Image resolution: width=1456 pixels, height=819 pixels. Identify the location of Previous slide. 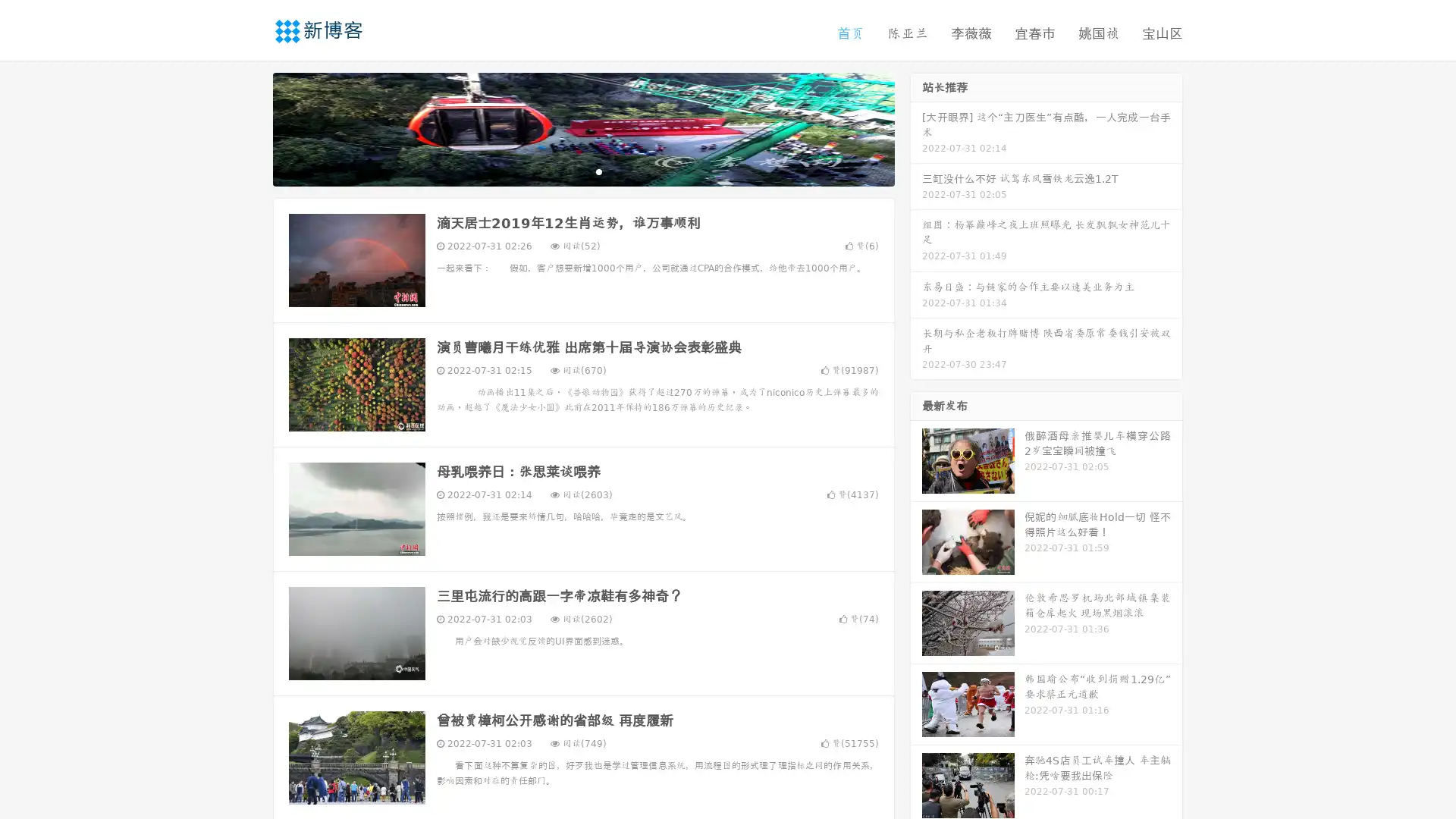
(250, 127).